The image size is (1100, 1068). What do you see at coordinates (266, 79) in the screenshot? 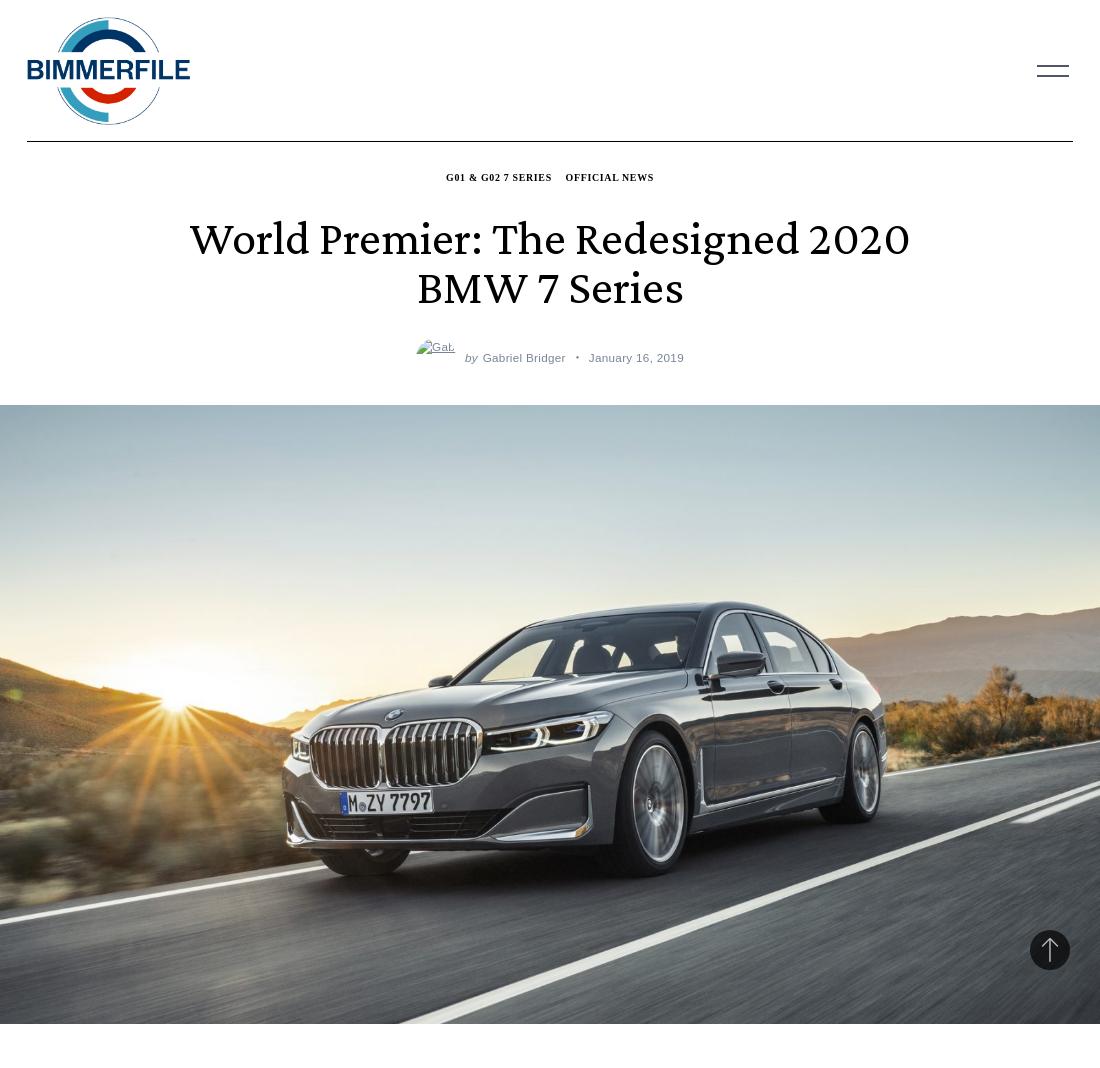
I see `'4 Series'` at bounding box center [266, 79].